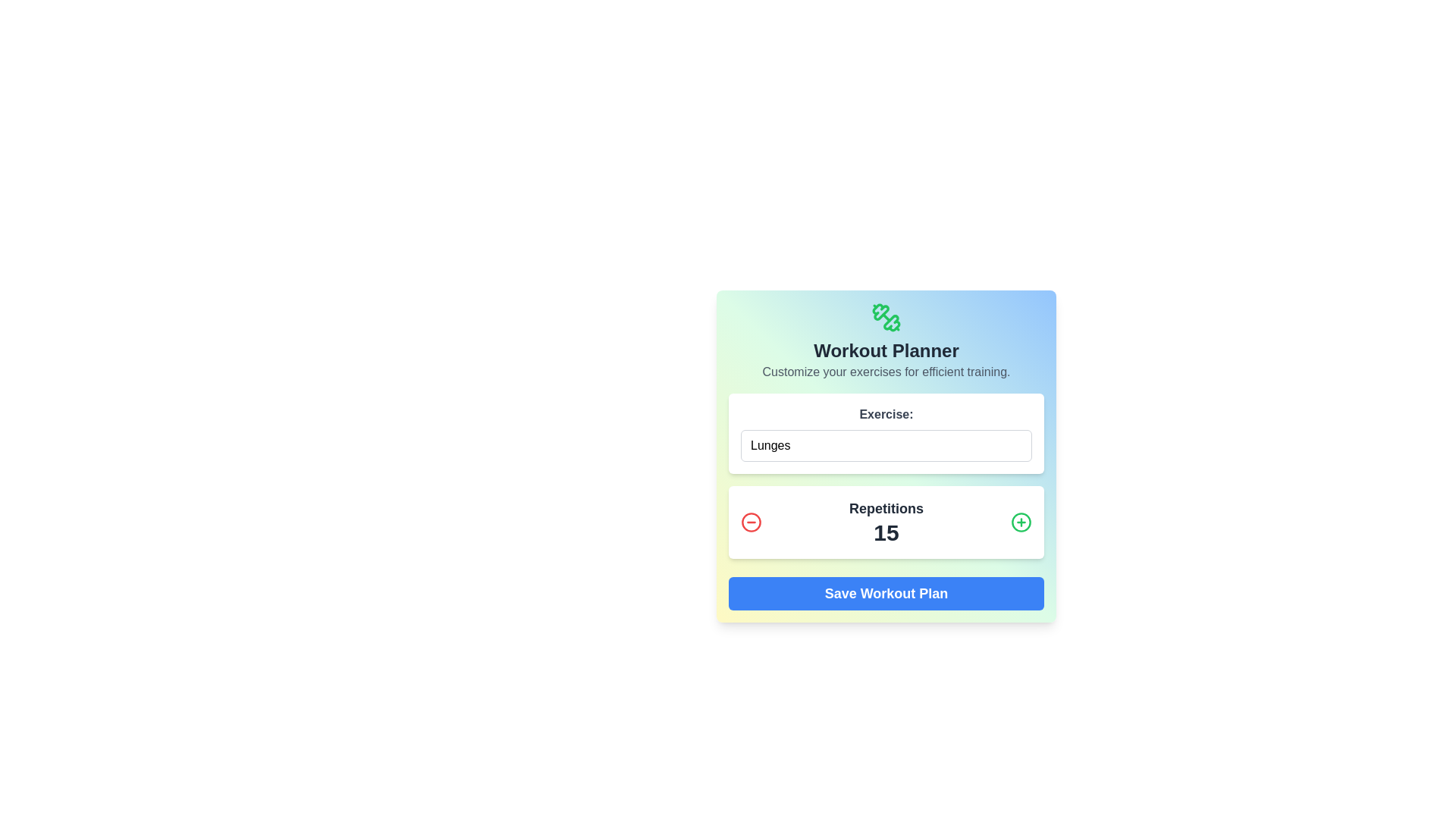 This screenshot has width=1456, height=819. Describe the element at coordinates (886, 350) in the screenshot. I see `the 'Workout Planner' text label, which is a bold, large font title in dark gray color, located at the top of the card interface below a green dumbbell icon` at that location.